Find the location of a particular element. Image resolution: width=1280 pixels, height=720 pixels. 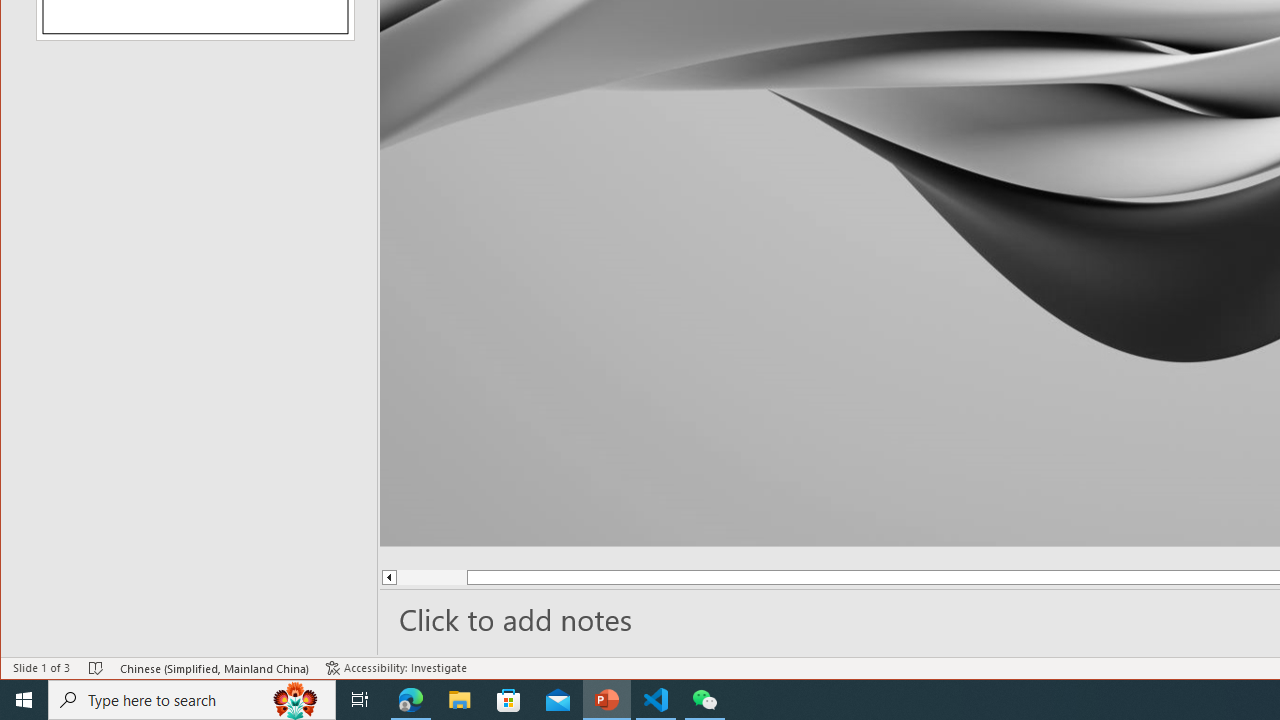

'WeChat - 1 running window' is located at coordinates (705, 698).